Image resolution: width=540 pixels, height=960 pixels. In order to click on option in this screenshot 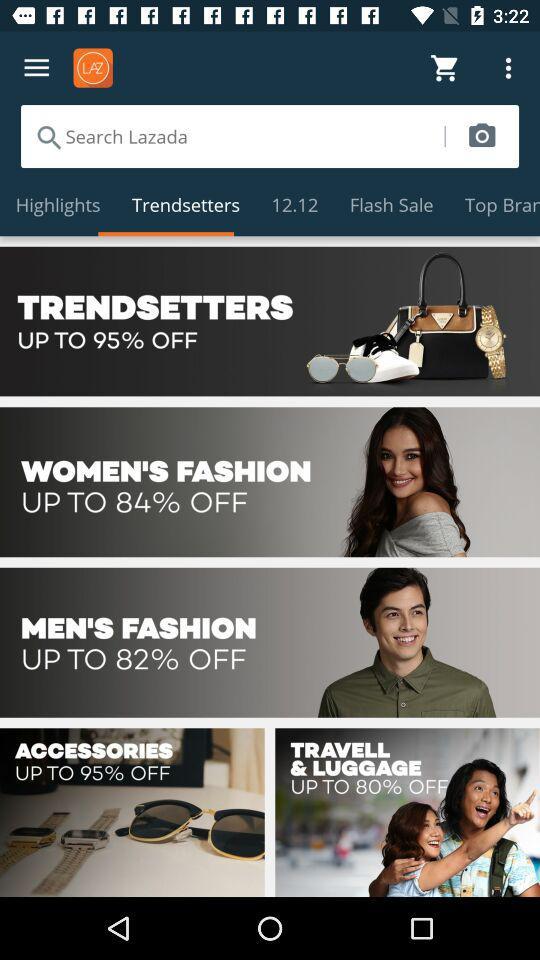, I will do `click(270, 481)`.